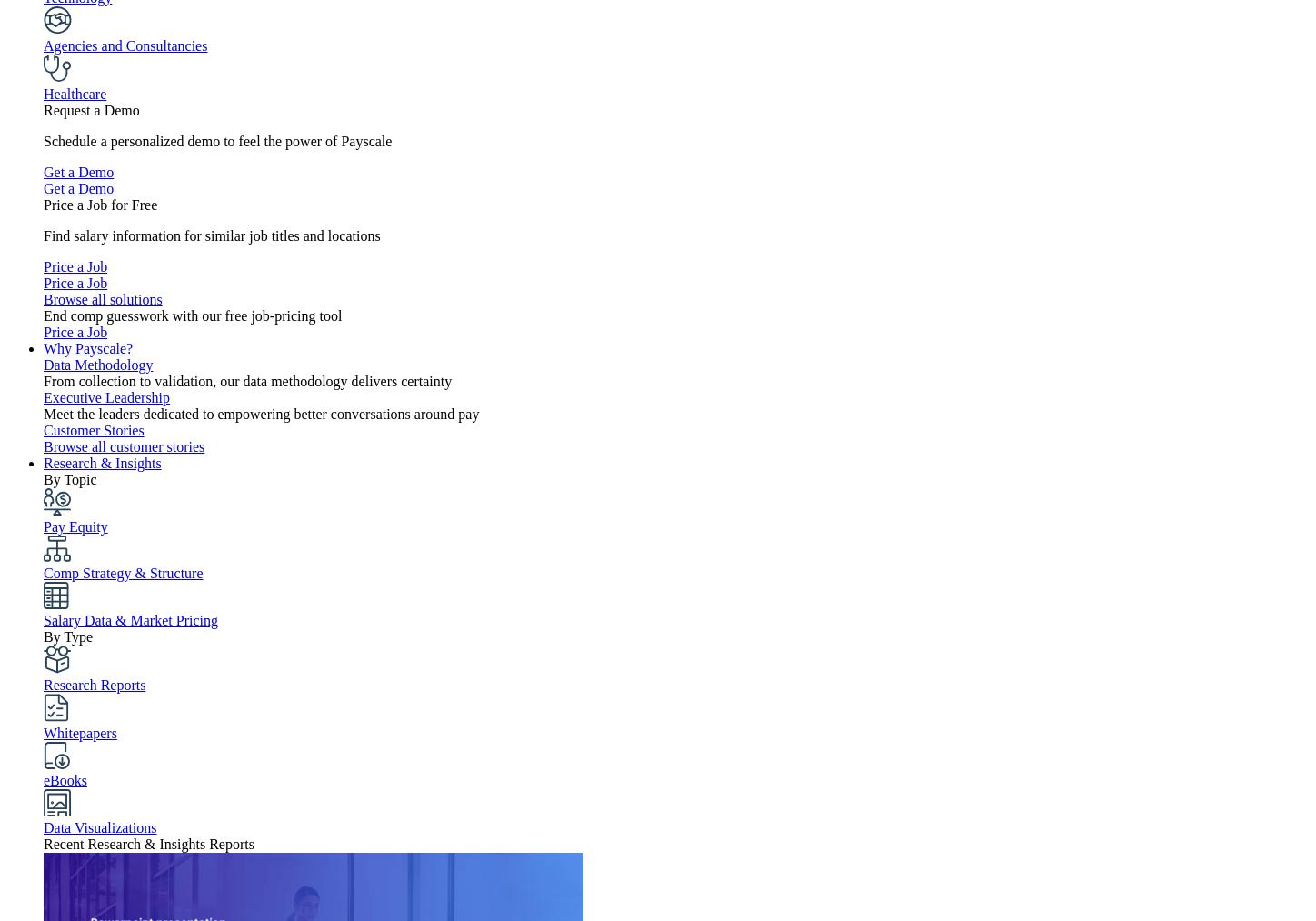 Image resolution: width=1316 pixels, height=921 pixels. What do you see at coordinates (260, 413) in the screenshot?
I see `'Meet the leaders dedicated to empowering better conversations around pay'` at bounding box center [260, 413].